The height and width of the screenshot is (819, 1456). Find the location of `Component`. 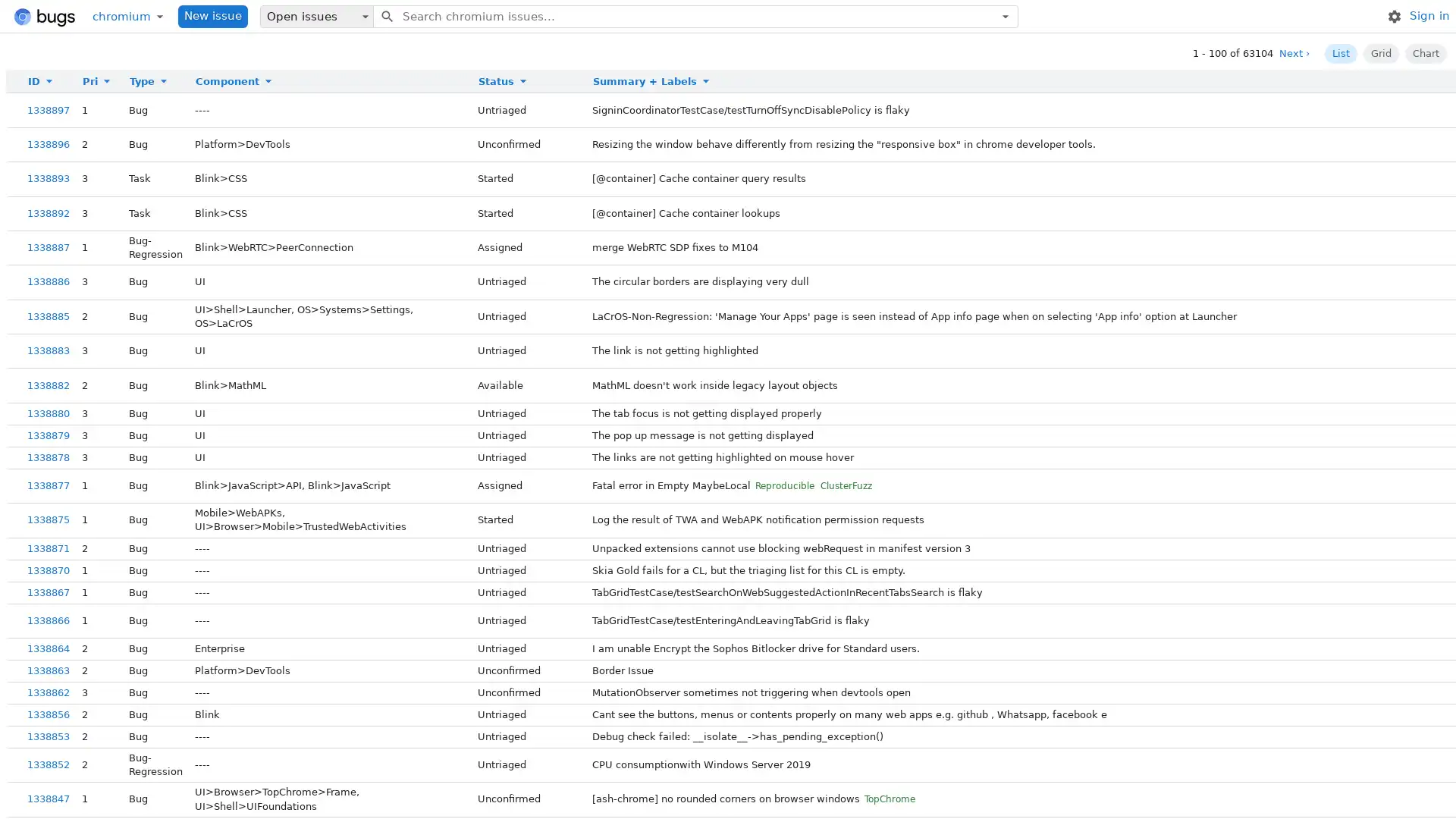

Component is located at coordinates (236, 81).